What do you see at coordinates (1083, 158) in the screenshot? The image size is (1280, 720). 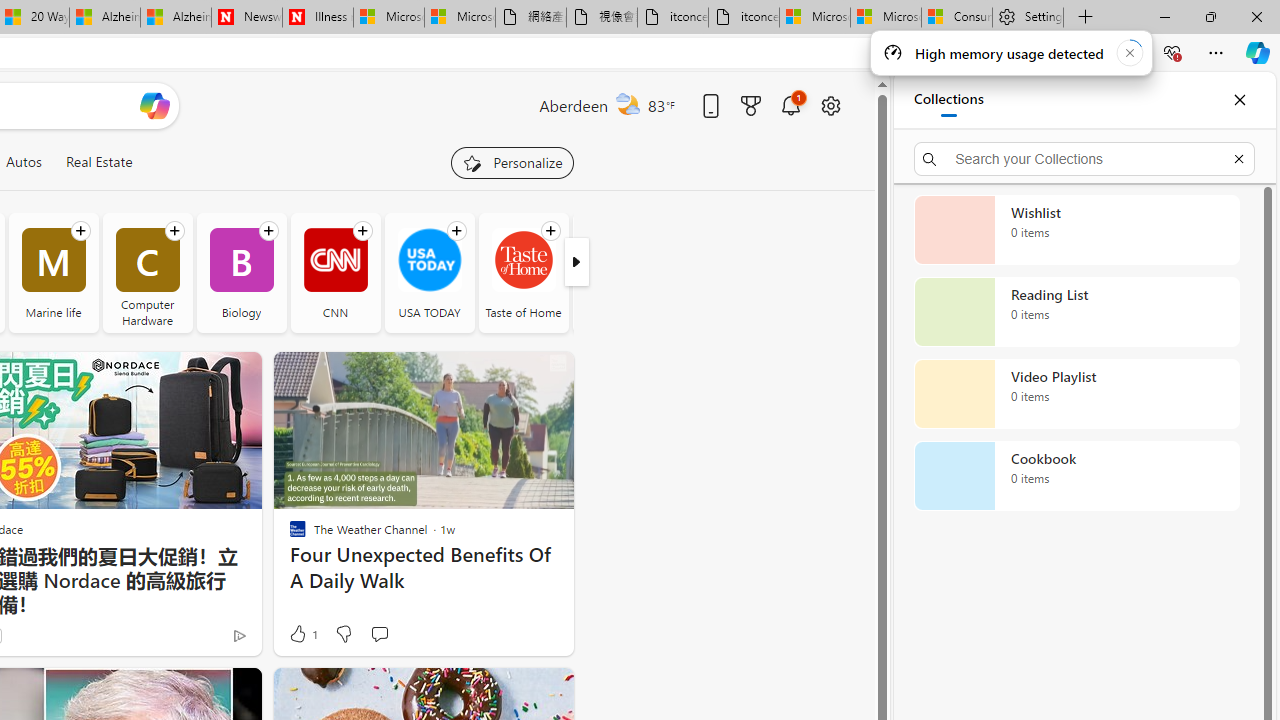 I see `'Search your Collections'` at bounding box center [1083, 158].